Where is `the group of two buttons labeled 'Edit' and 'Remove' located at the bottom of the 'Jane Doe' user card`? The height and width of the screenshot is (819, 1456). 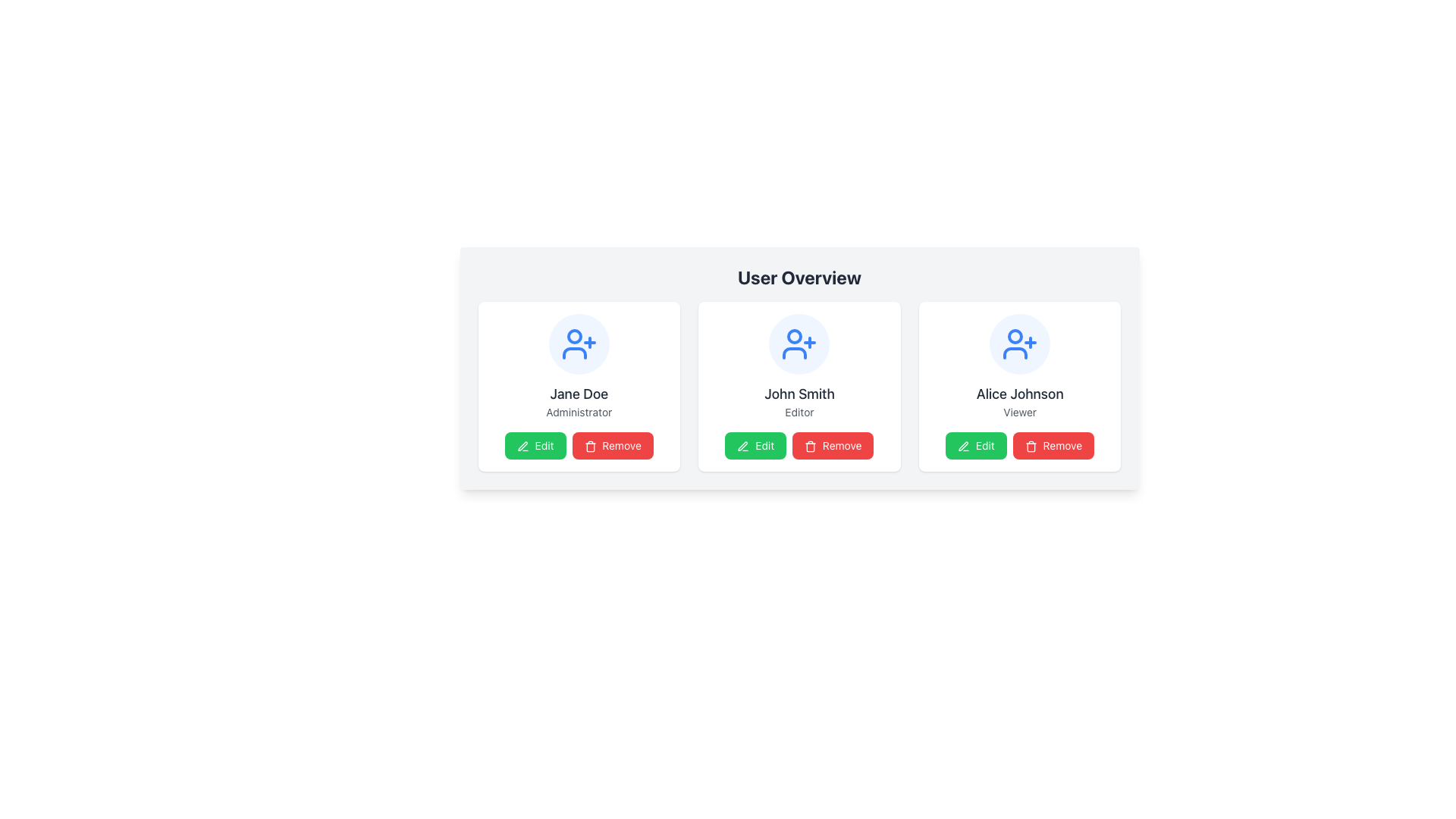 the group of two buttons labeled 'Edit' and 'Remove' located at the bottom of the 'Jane Doe' user card is located at coordinates (578, 444).